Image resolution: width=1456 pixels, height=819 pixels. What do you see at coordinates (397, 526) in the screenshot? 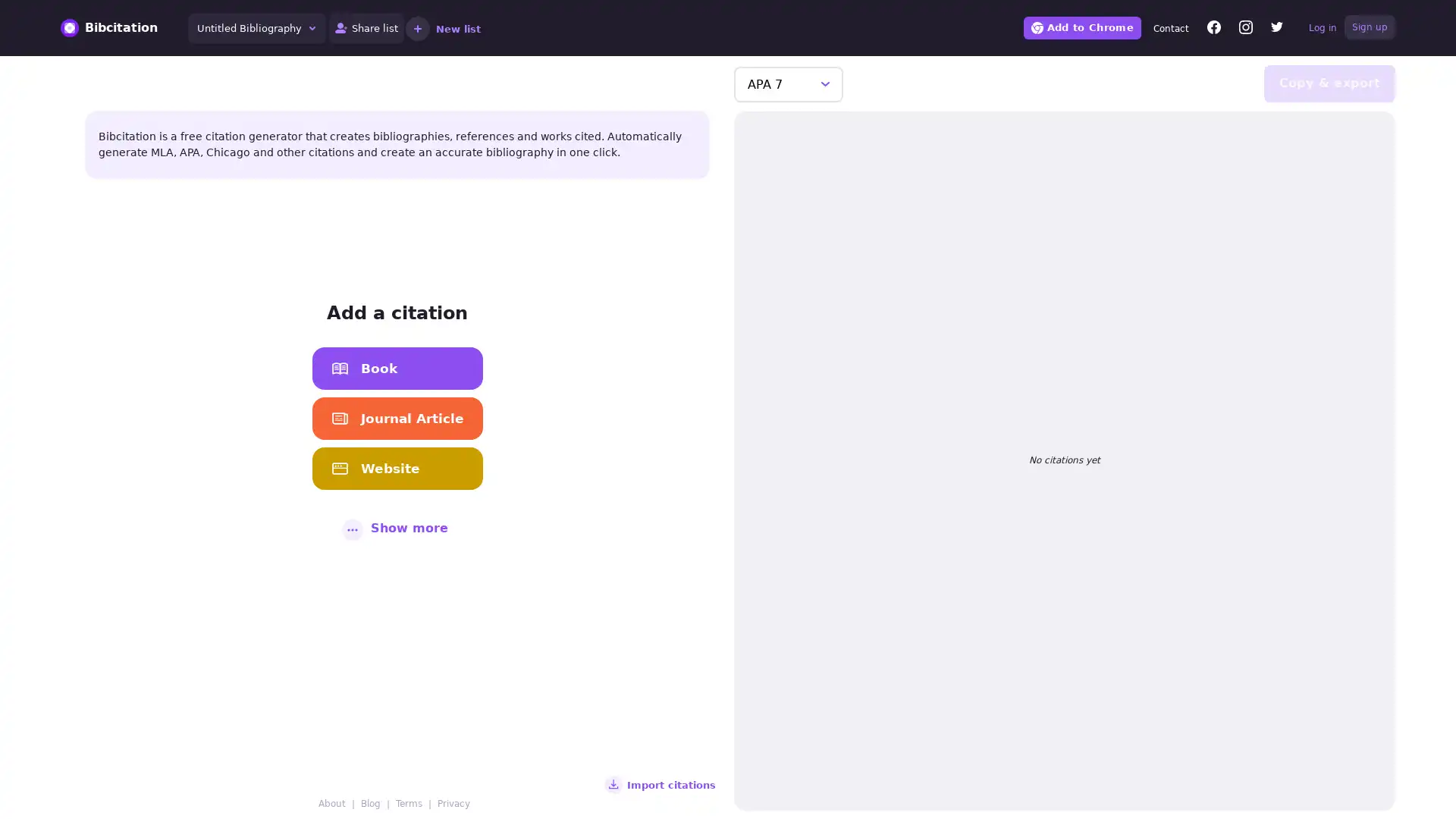
I see `Show more` at bounding box center [397, 526].